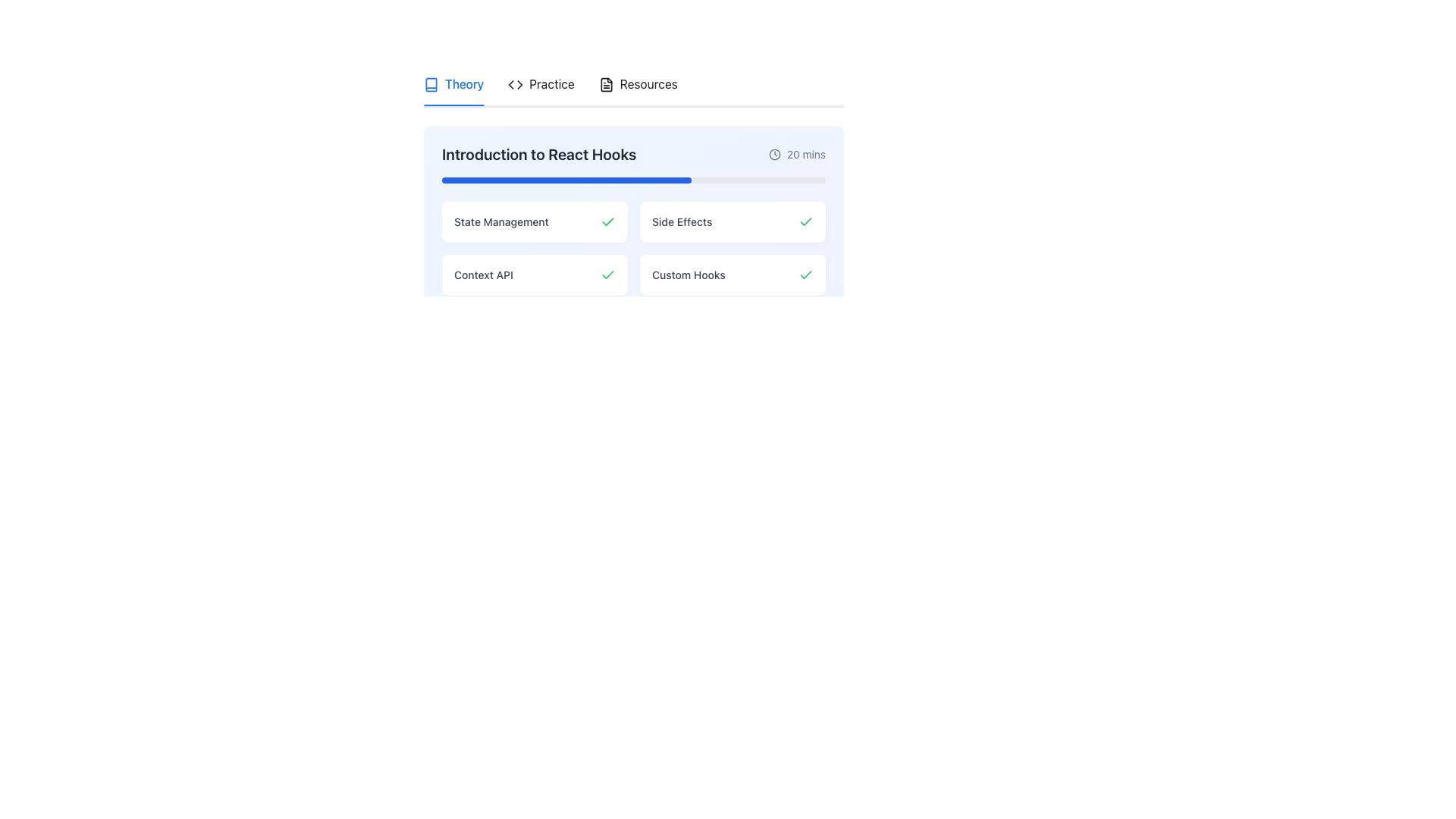 The image size is (1456, 819). Describe the element at coordinates (605, 84) in the screenshot. I see `the 'Resources' tab icon (SVG representation)` at that location.